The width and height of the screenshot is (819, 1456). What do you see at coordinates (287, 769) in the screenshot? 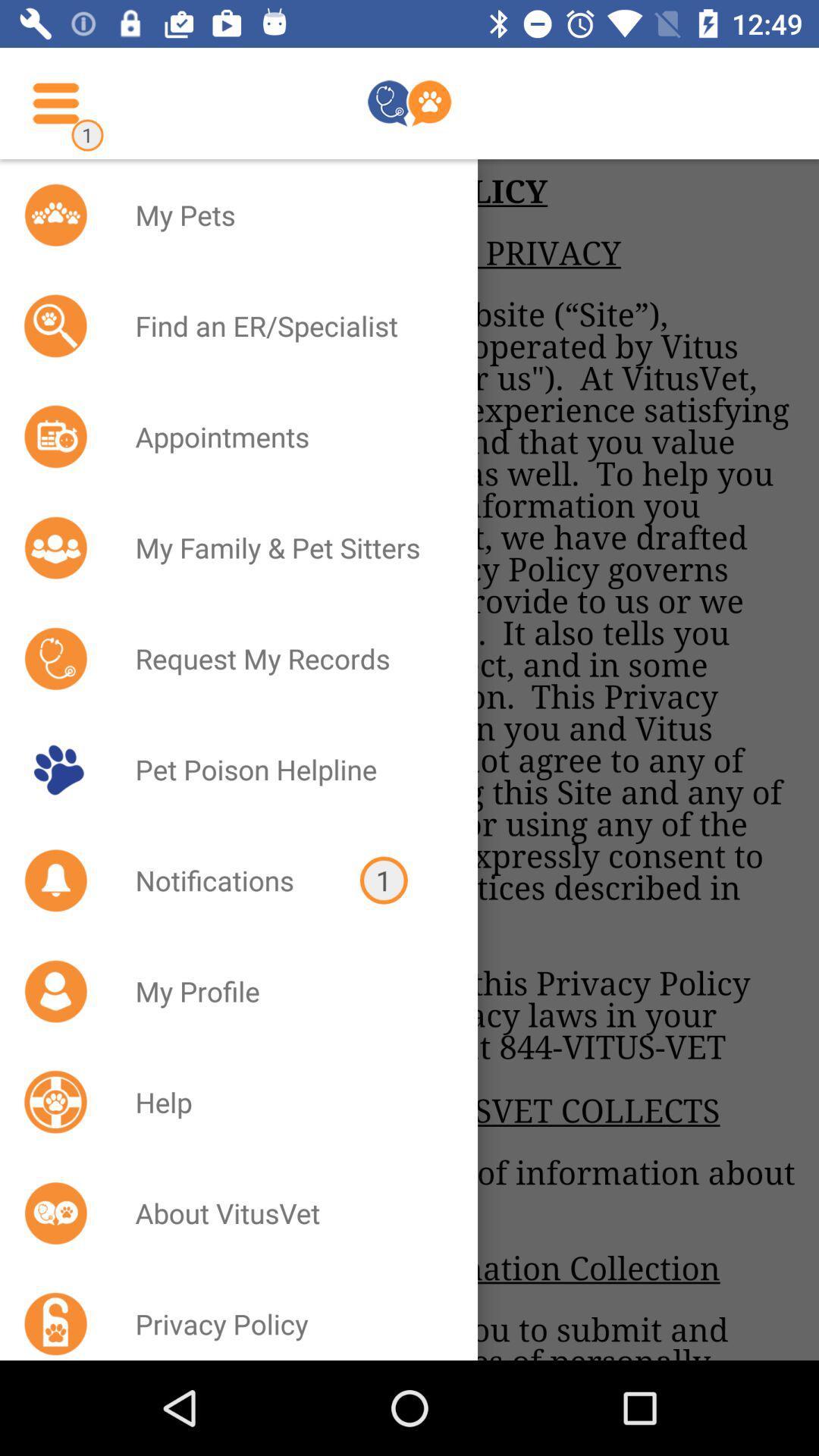
I see `pet poison helpline` at bounding box center [287, 769].